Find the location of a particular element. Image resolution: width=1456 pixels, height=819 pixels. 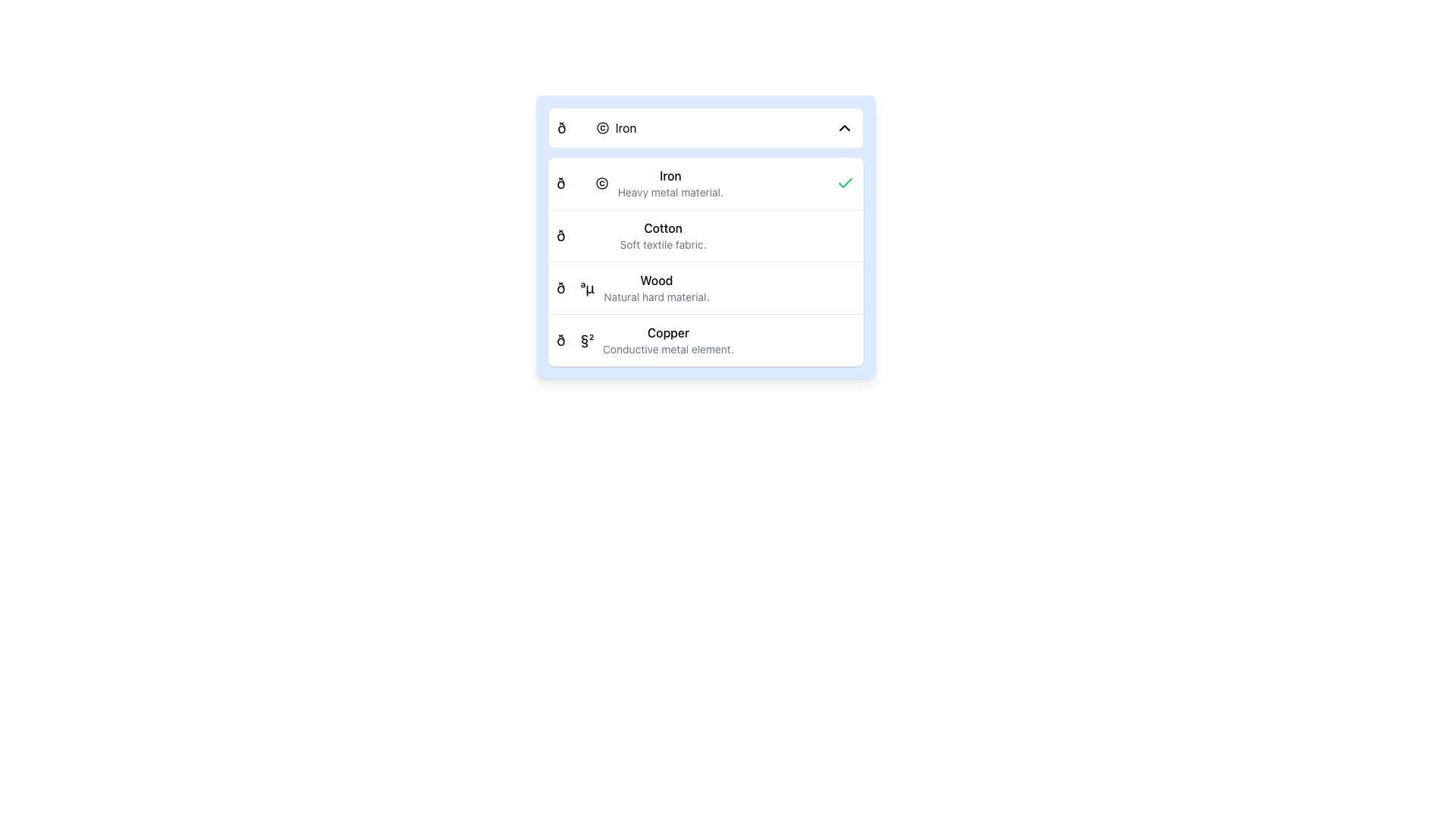

the dropdown option for 'Copper', which is the last option in the dropdown menu for materials is located at coordinates (667, 339).